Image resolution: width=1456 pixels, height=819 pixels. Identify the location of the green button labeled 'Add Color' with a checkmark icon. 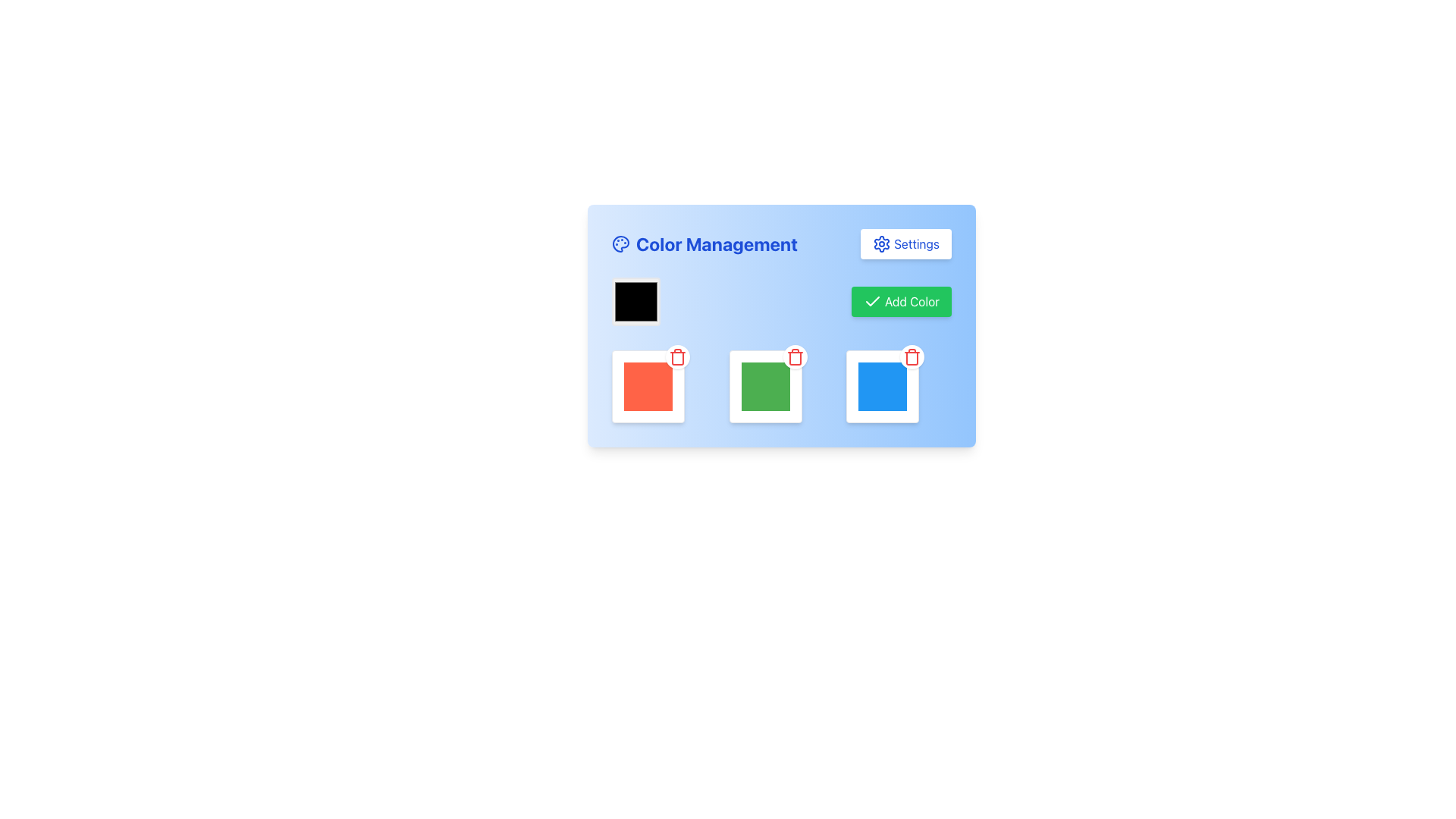
(901, 301).